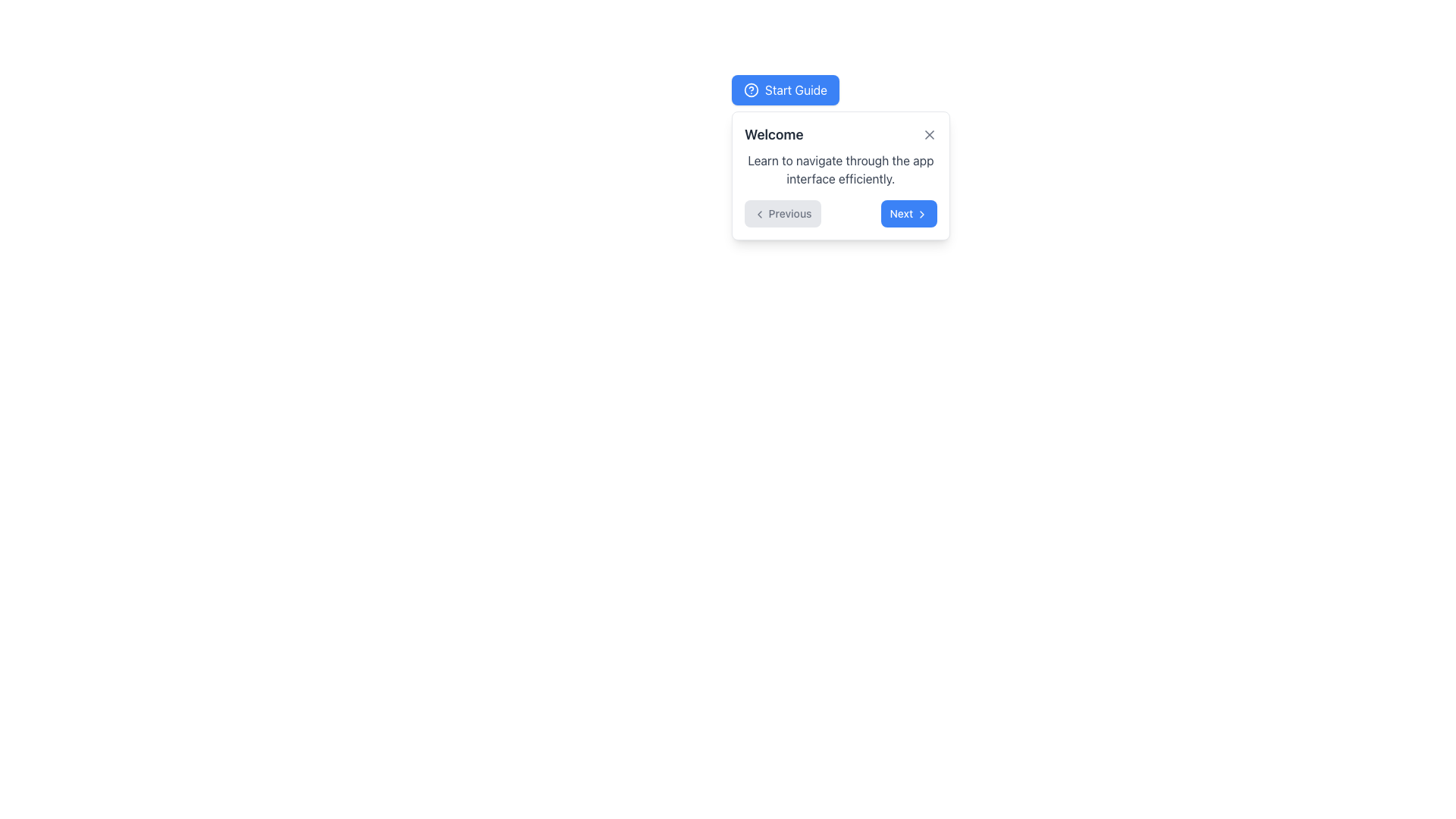 This screenshot has height=819, width=1456. I want to click on the close button located in the top-right corner of the 'Welcome' dialog box, so click(928, 133).